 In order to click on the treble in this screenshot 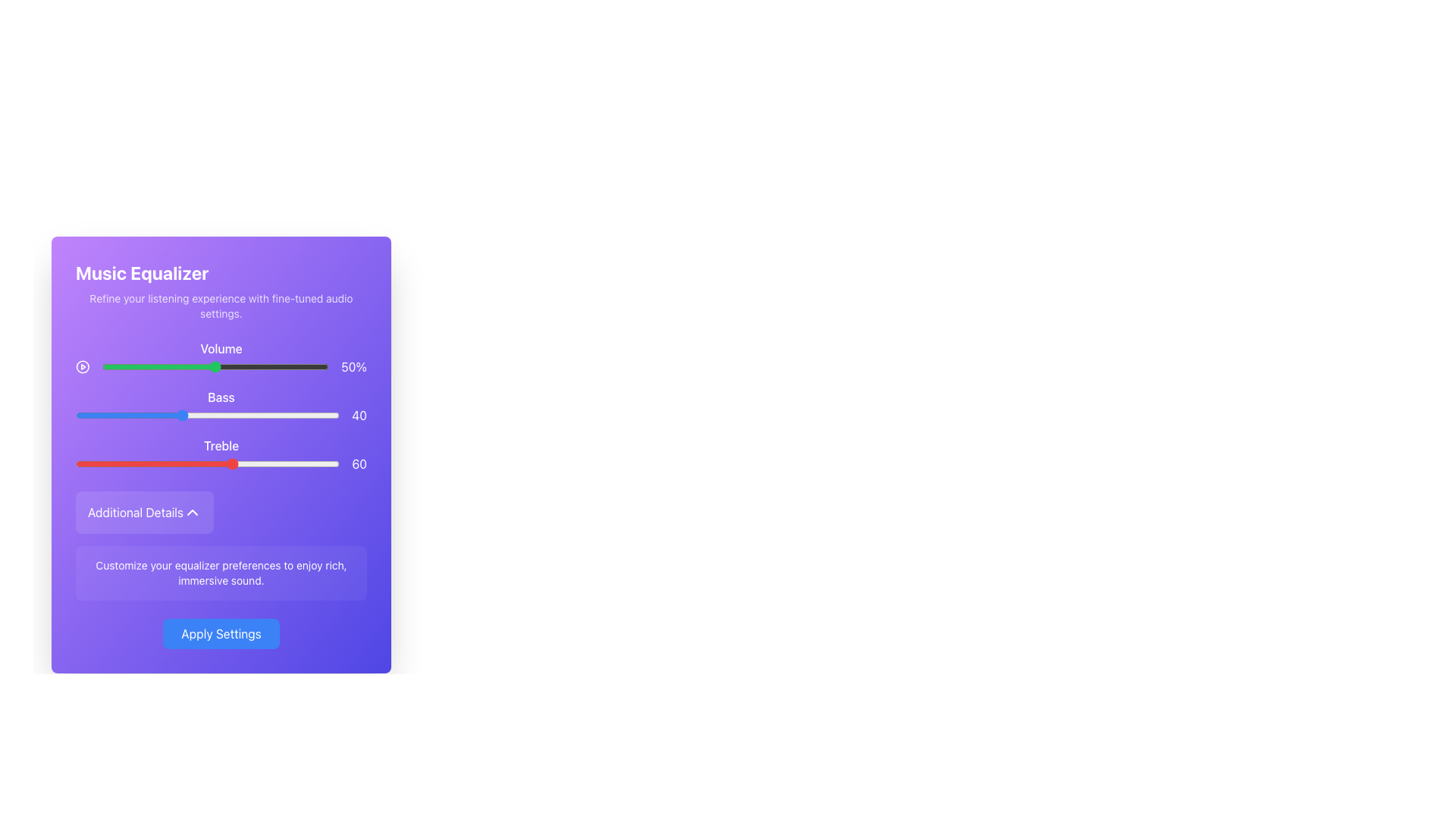, I will do `click(160, 463)`.